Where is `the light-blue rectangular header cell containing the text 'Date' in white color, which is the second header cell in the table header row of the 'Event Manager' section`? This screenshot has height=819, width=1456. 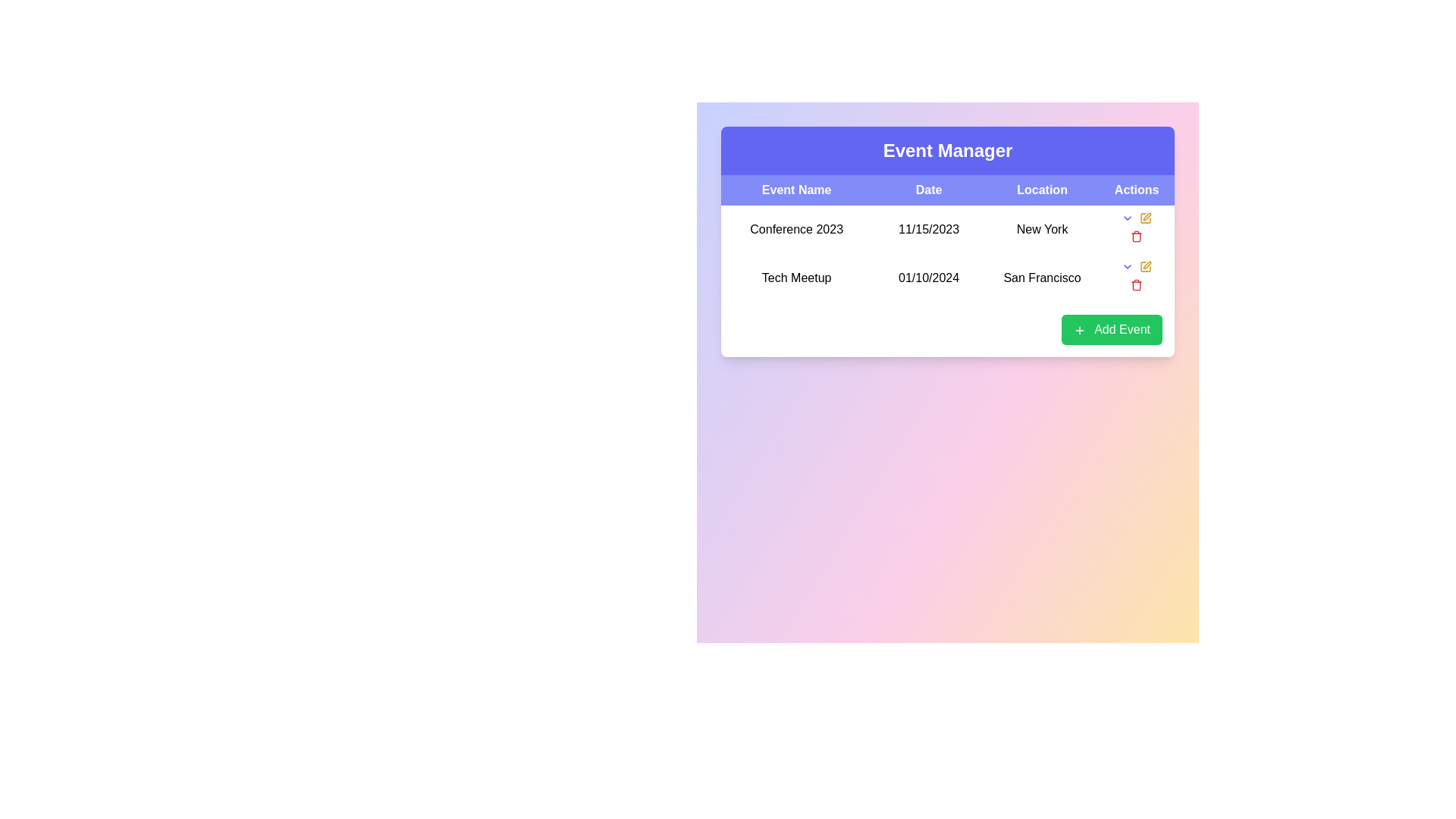 the light-blue rectangular header cell containing the text 'Date' in white color, which is the second header cell in the table header row of the 'Event Manager' section is located at coordinates (928, 189).